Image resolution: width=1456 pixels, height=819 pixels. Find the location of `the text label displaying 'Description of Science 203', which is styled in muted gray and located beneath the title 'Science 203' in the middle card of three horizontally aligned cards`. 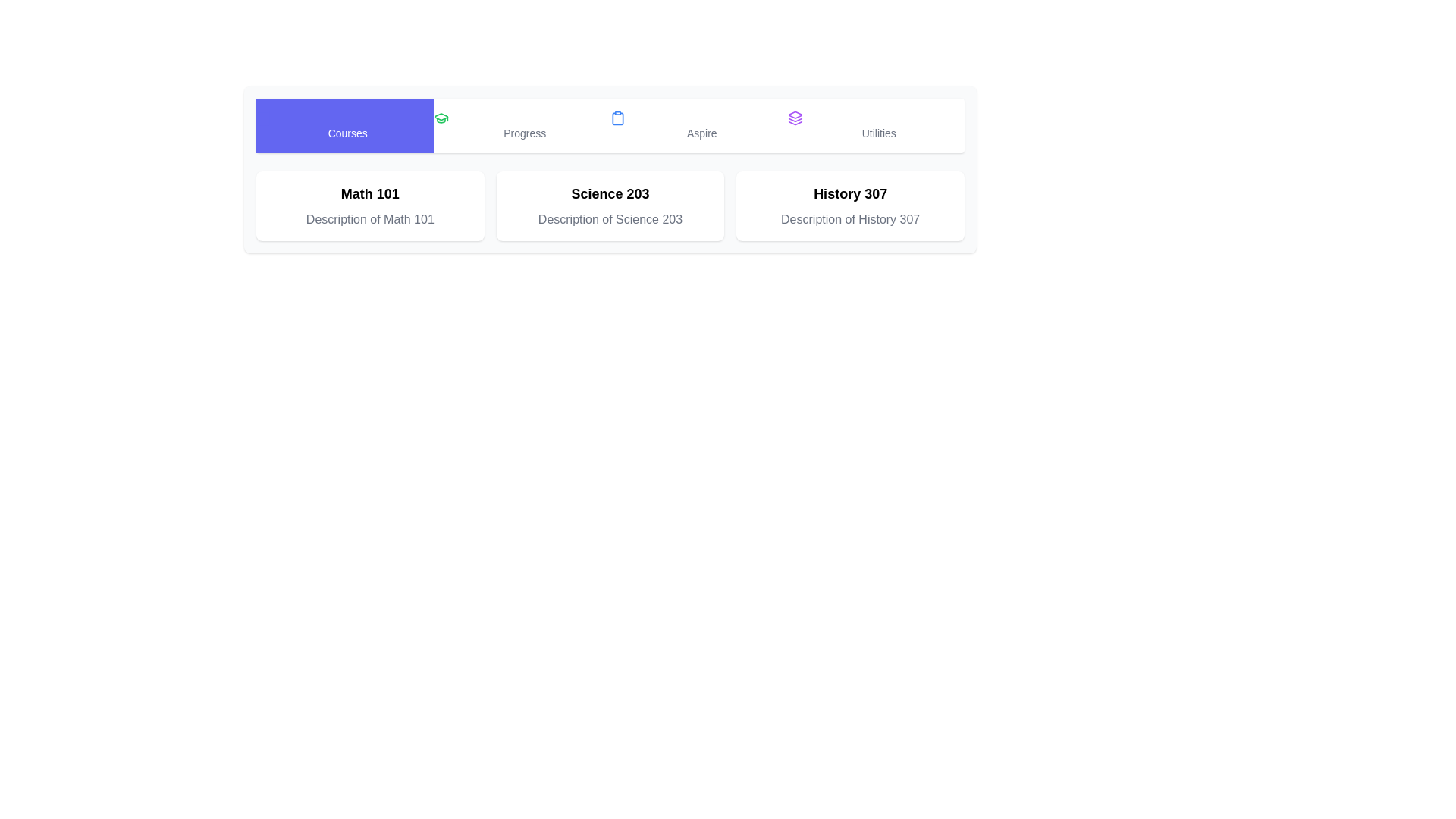

the text label displaying 'Description of Science 203', which is styled in muted gray and located beneath the title 'Science 203' in the middle card of three horizontally aligned cards is located at coordinates (610, 219).